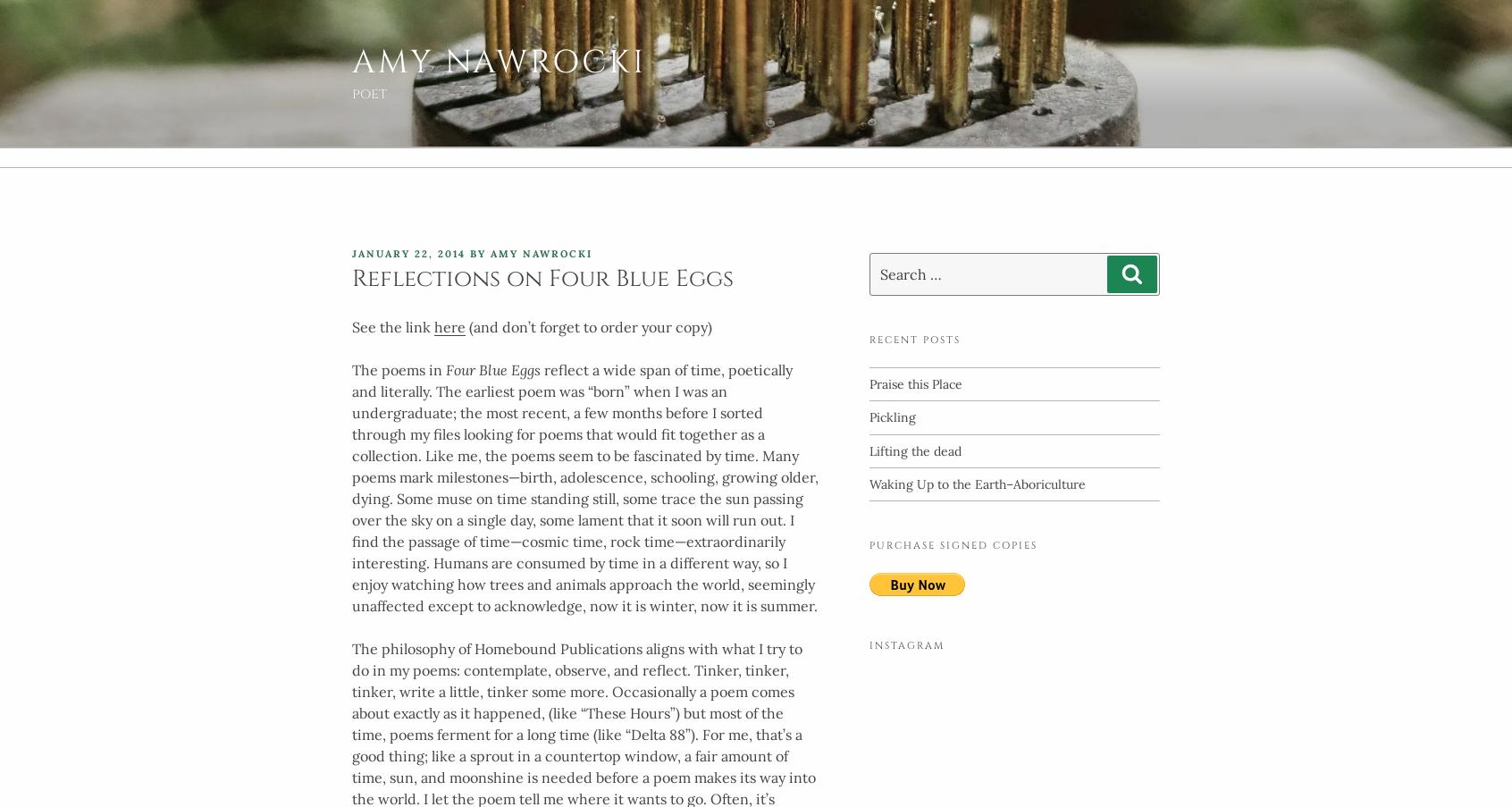 The width and height of the screenshot is (1512, 807). Describe the element at coordinates (913, 450) in the screenshot. I see `'Lifting the dead'` at that location.